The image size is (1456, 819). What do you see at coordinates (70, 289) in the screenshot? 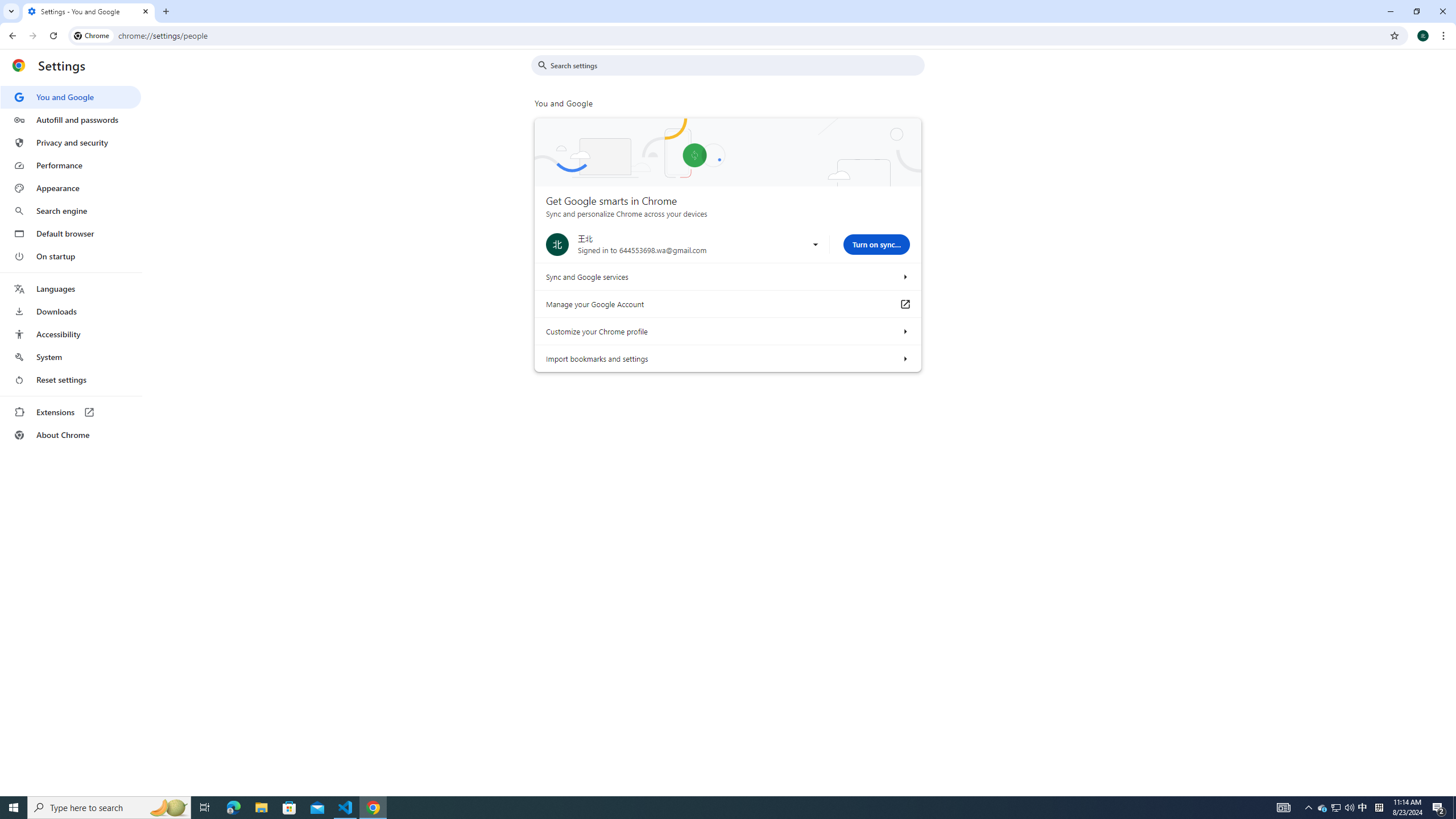
I see `'Languages'` at bounding box center [70, 289].